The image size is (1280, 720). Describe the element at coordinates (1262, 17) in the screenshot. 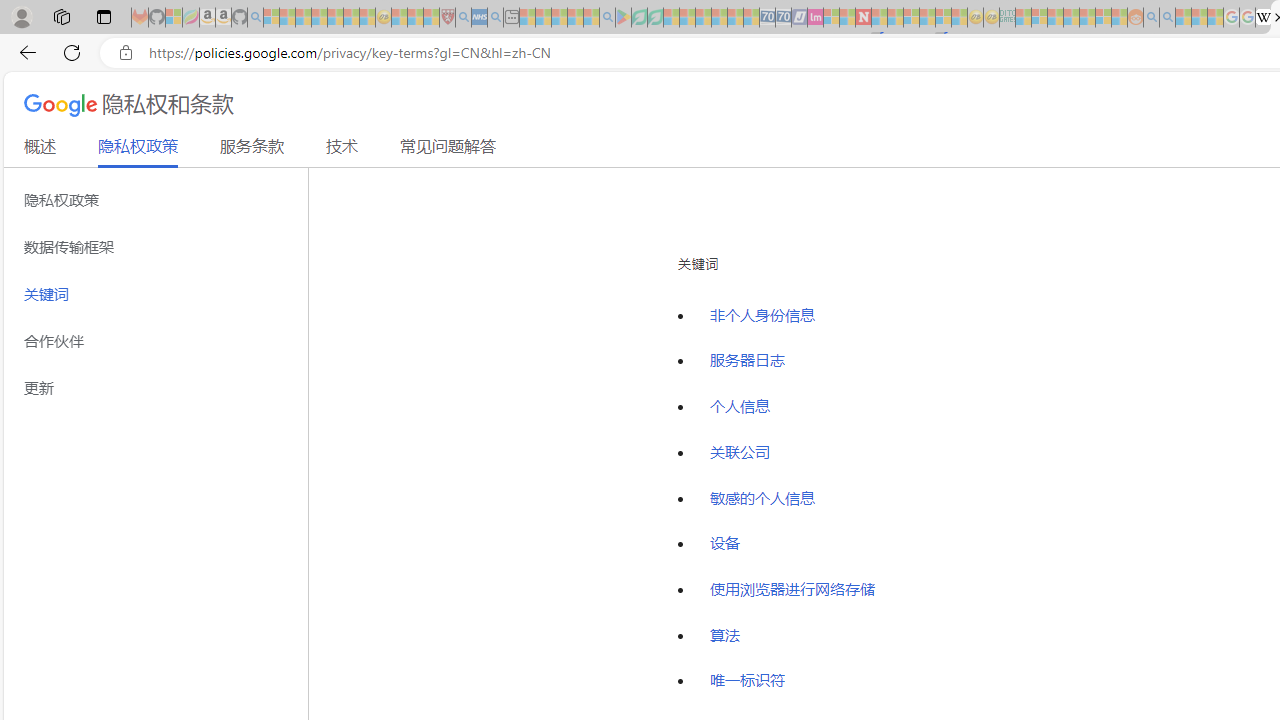

I see `'Target page - Wikipedia'` at that location.